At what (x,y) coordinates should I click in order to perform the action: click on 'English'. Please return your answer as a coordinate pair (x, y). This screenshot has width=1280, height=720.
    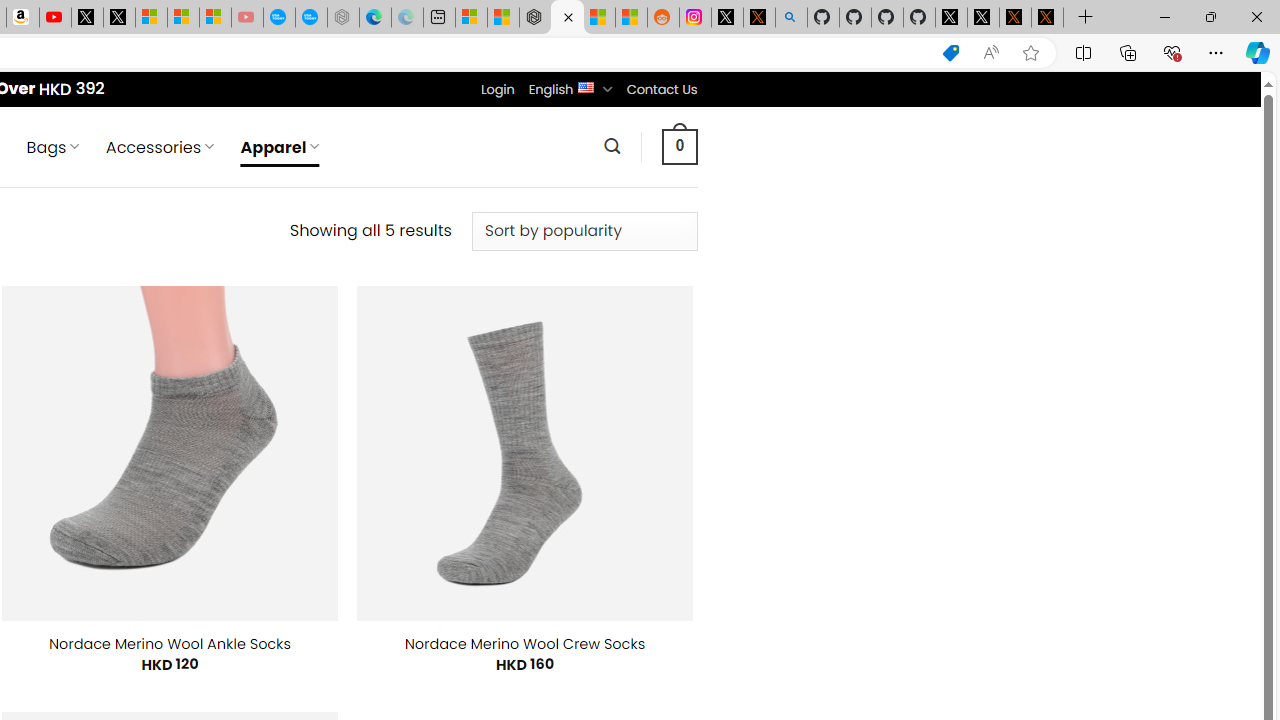
    Looking at the image, I should click on (585, 85).